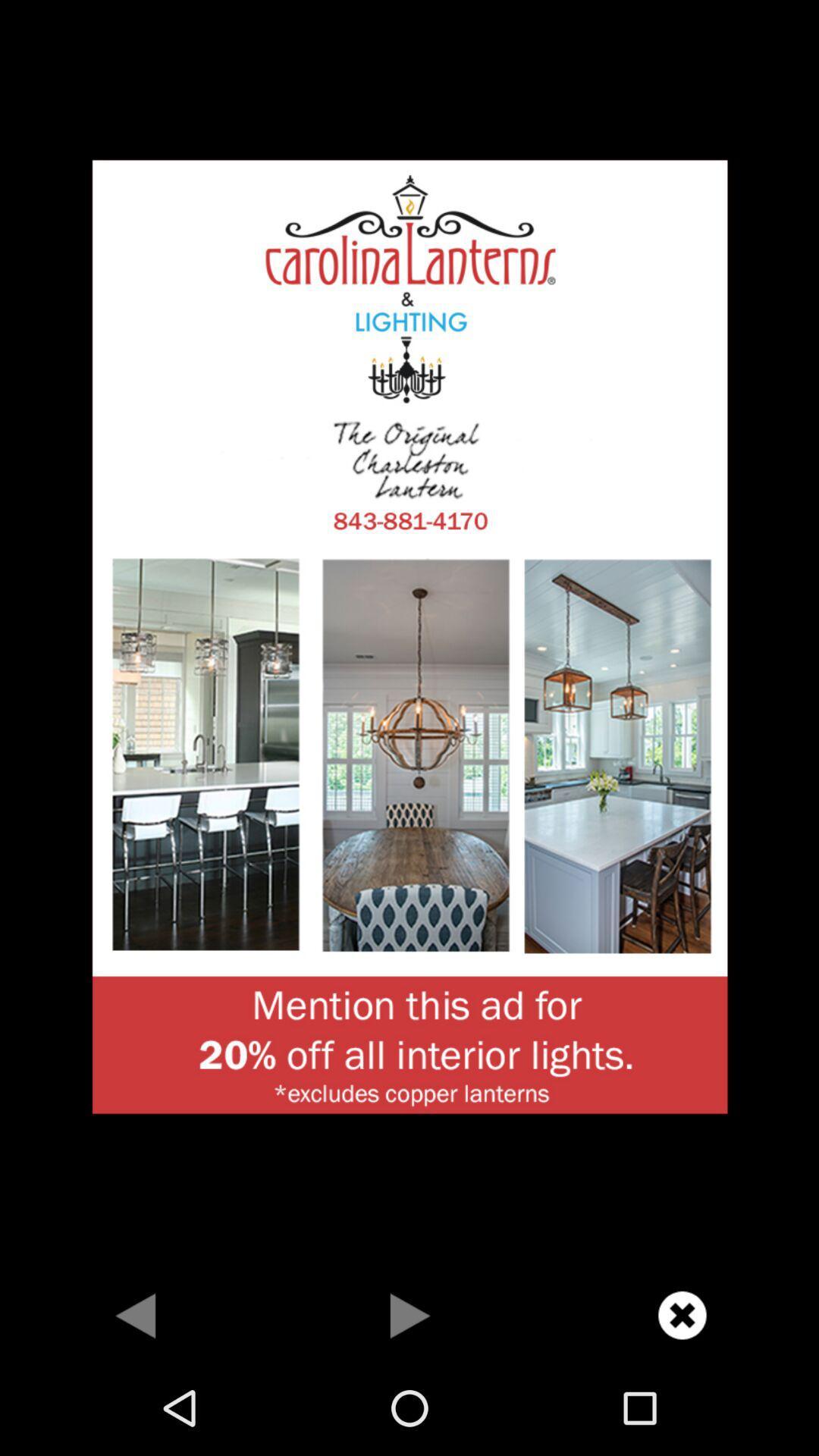  What do you see at coordinates (409, 1314) in the screenshot?
I see `go forward` at bounding box center [409, 1314].